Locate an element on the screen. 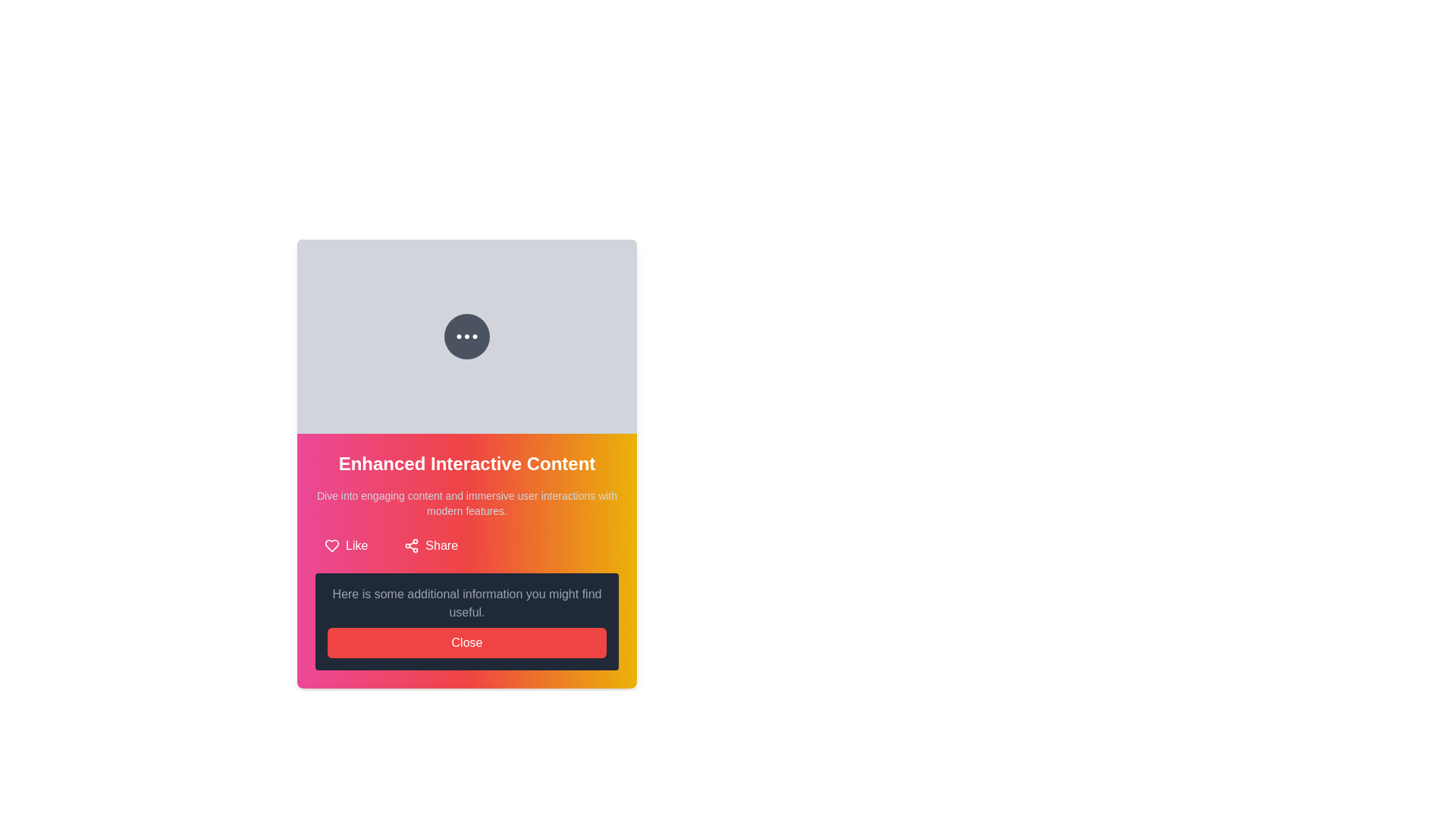 The height and width of the screenshot is (819, 1456). the text component displaying 'Here is some additional information you might find useful.' which is centrally aligned within a dark gray background panel above the red 'Close' button is located at coordinates (466, 602).